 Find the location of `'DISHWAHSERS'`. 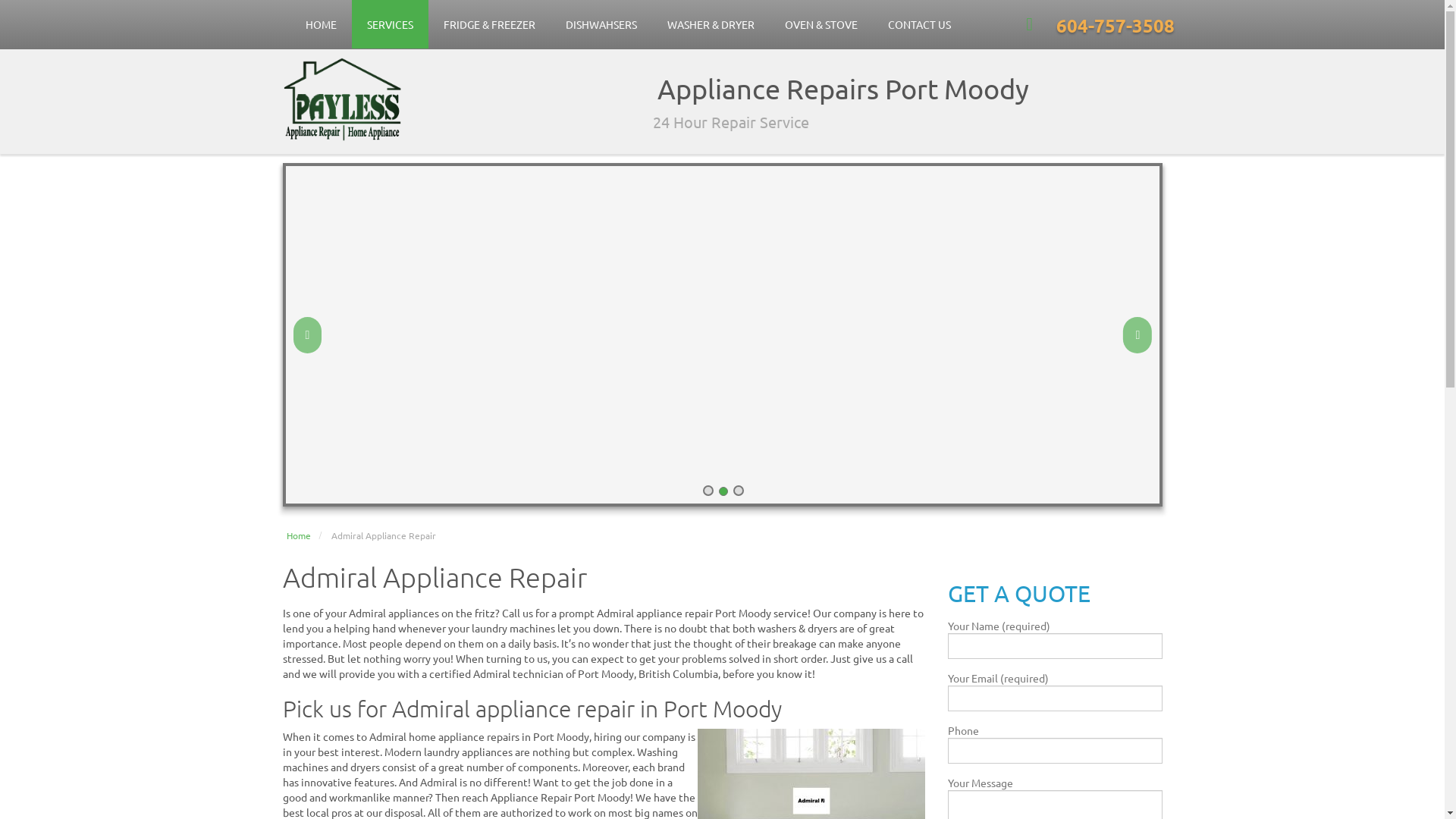

'DISHWAHSERS' is located at coordinates (600, 24).